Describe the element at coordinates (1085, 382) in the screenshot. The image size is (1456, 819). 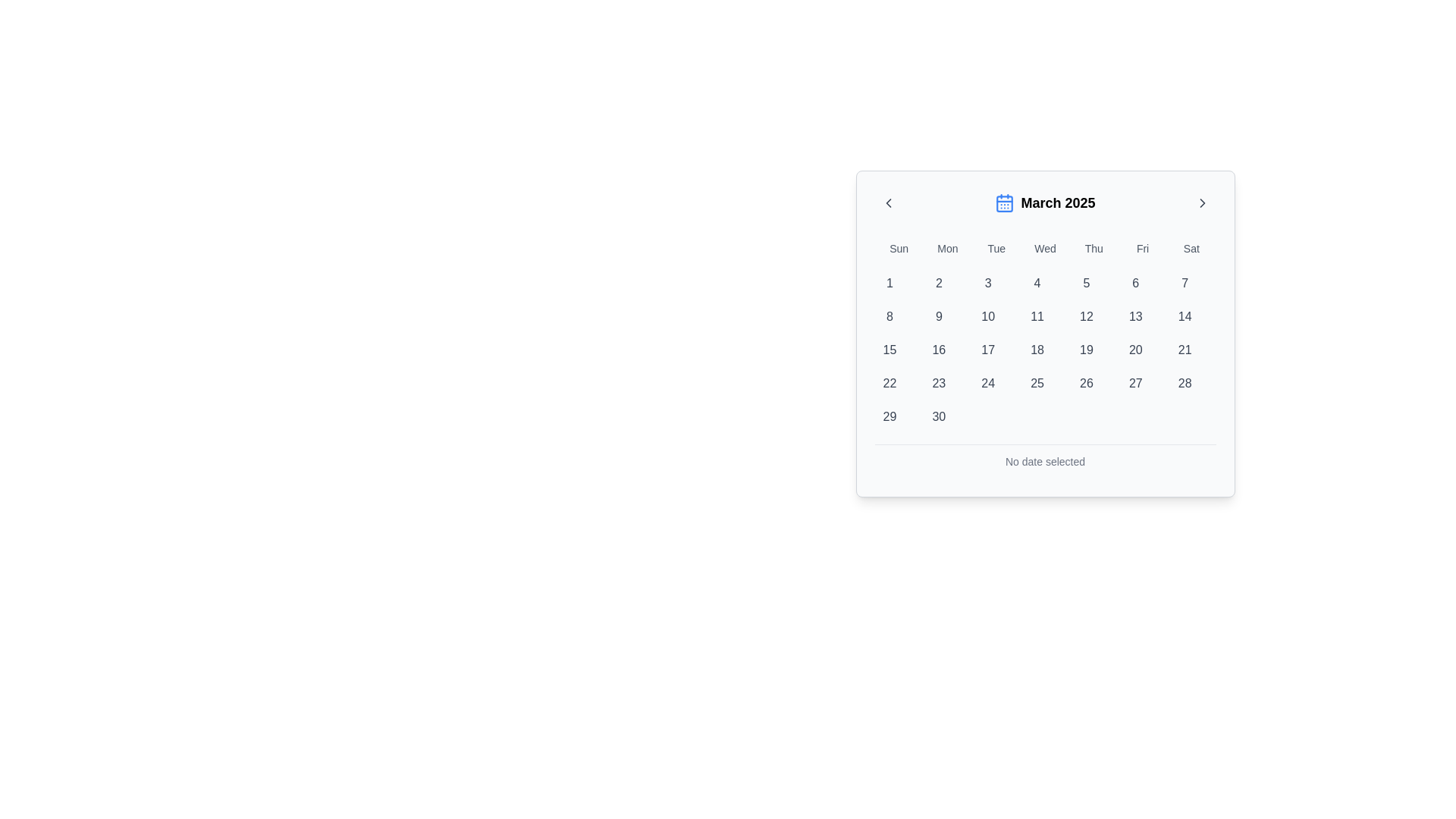
I see `the circular button displaying the number '26' in dark gray text, located` at that location.